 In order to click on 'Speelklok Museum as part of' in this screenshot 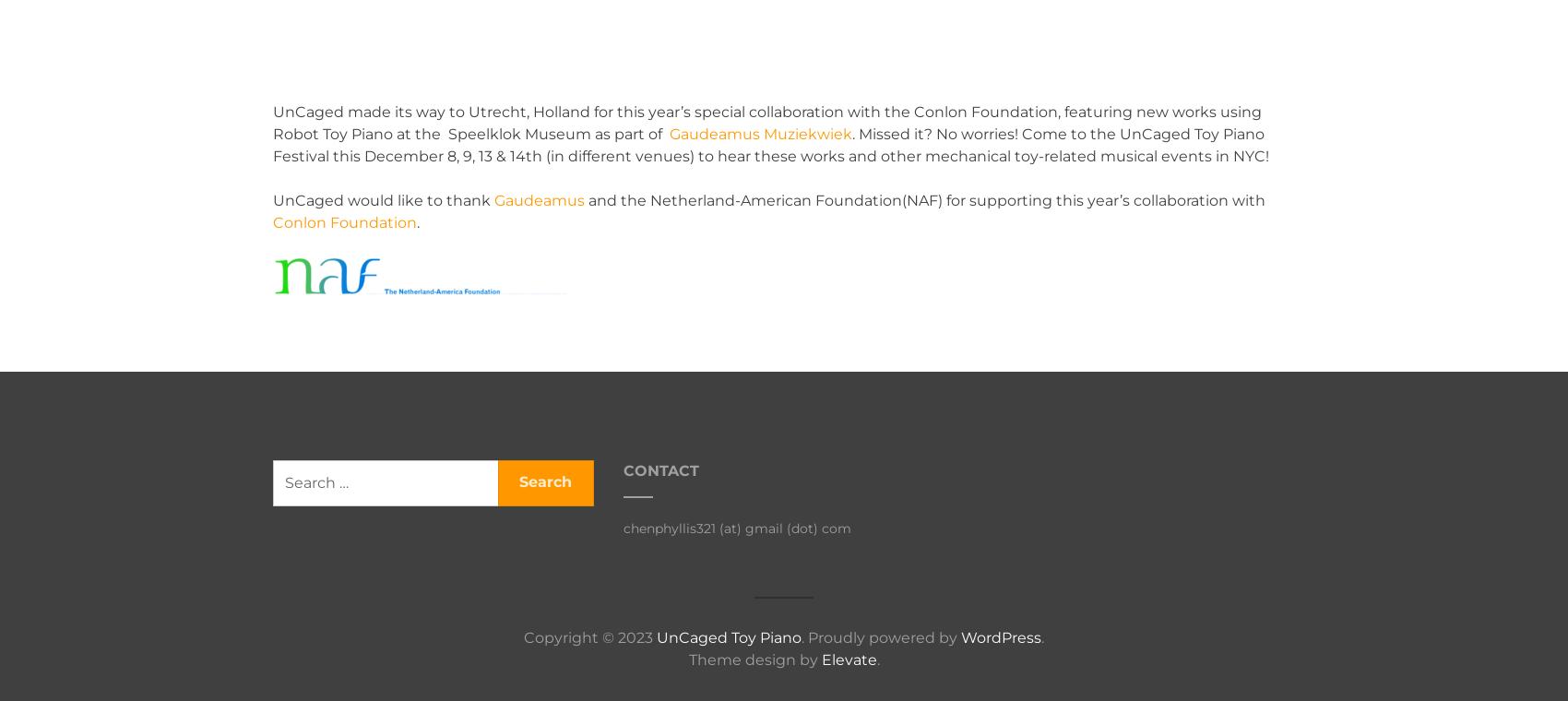, I will do `click(556, 134)`.